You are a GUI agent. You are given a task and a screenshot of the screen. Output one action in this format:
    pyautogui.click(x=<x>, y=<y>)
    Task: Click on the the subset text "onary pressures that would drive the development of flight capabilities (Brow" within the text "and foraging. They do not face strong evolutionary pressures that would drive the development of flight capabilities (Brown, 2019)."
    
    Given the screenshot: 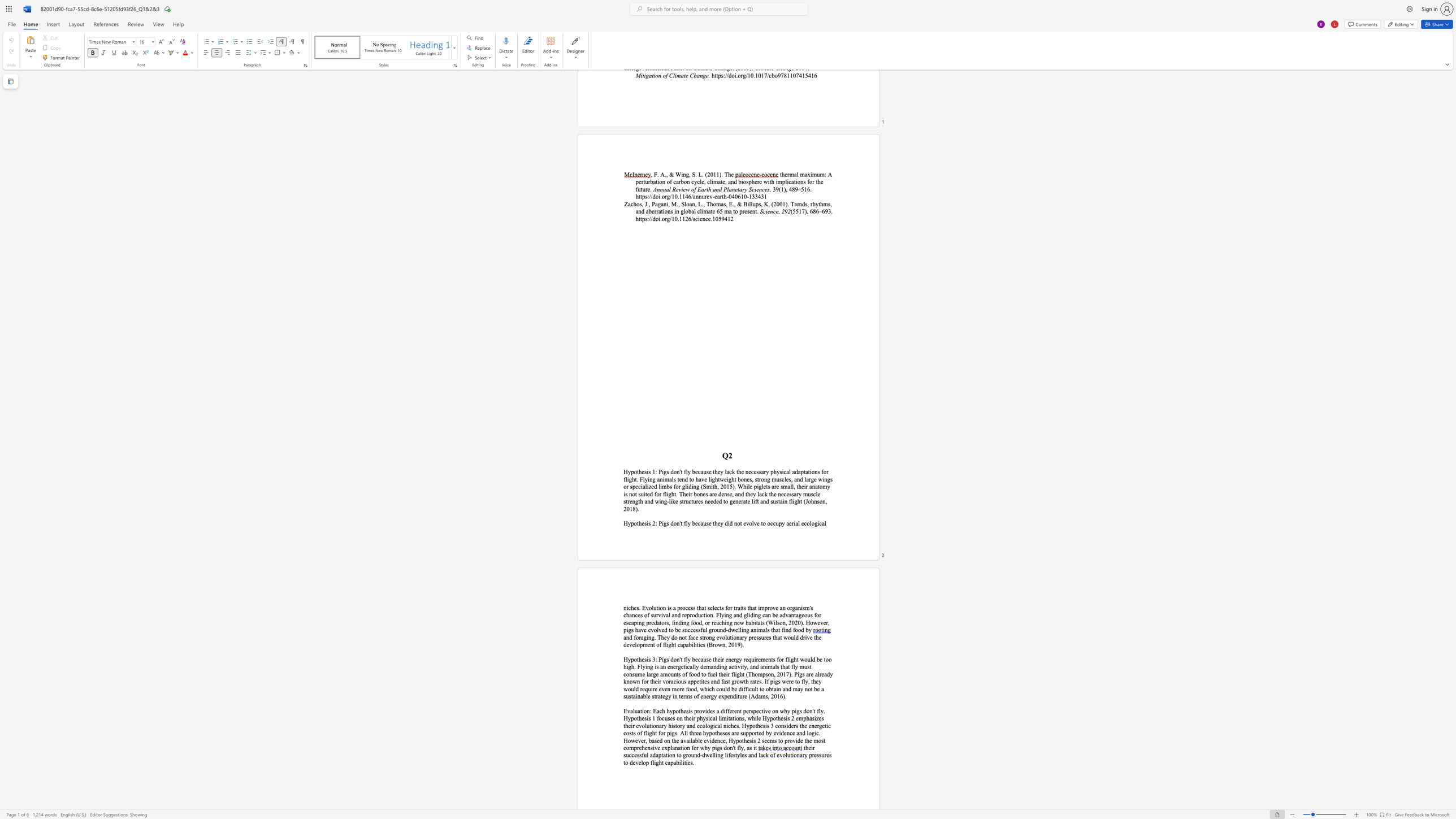 What is the action you would take?
    pyautogui.click(x=733, y=638)
    